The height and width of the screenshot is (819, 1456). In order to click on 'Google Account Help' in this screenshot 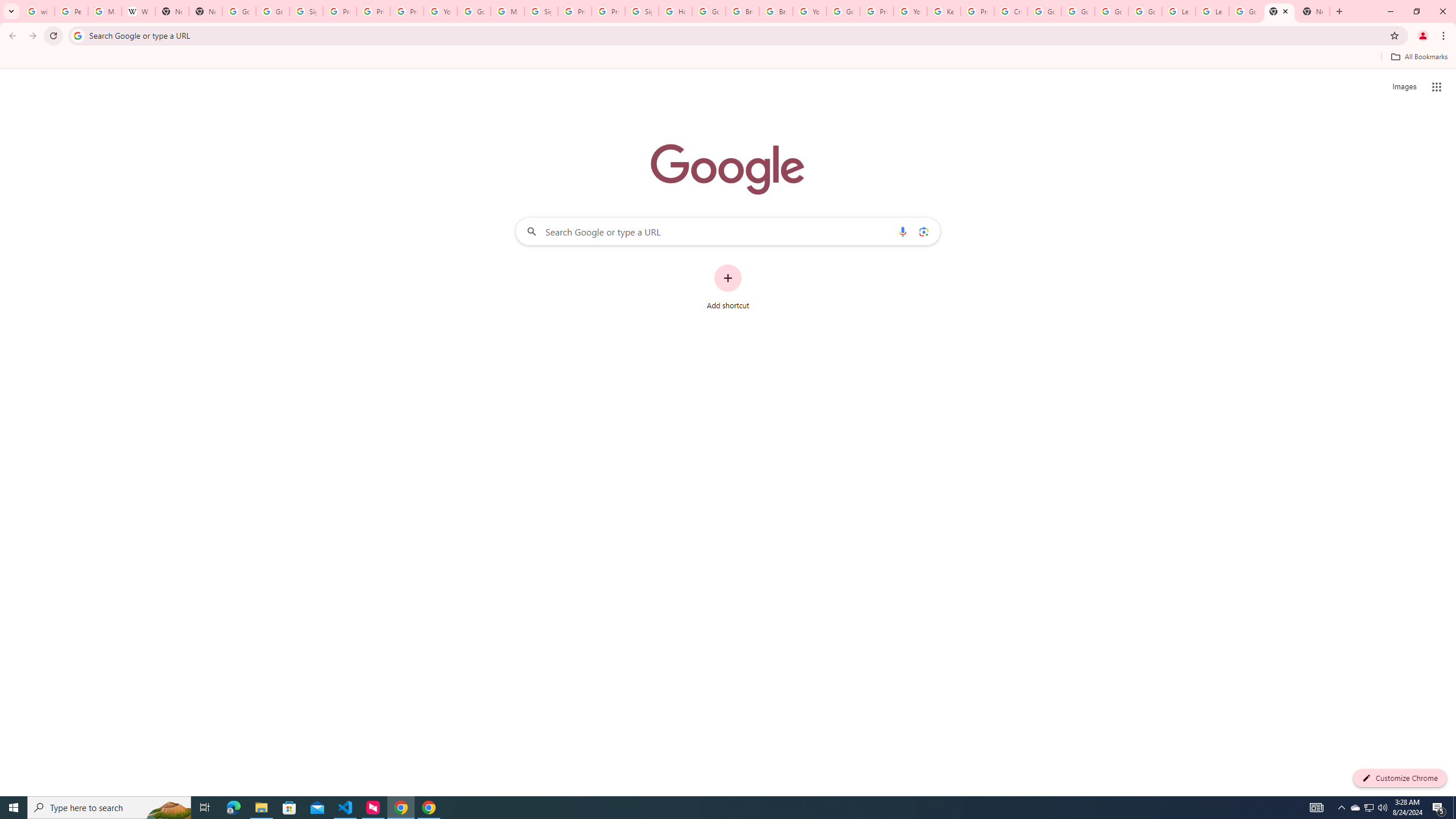, I will do `click(1111, 11)`.